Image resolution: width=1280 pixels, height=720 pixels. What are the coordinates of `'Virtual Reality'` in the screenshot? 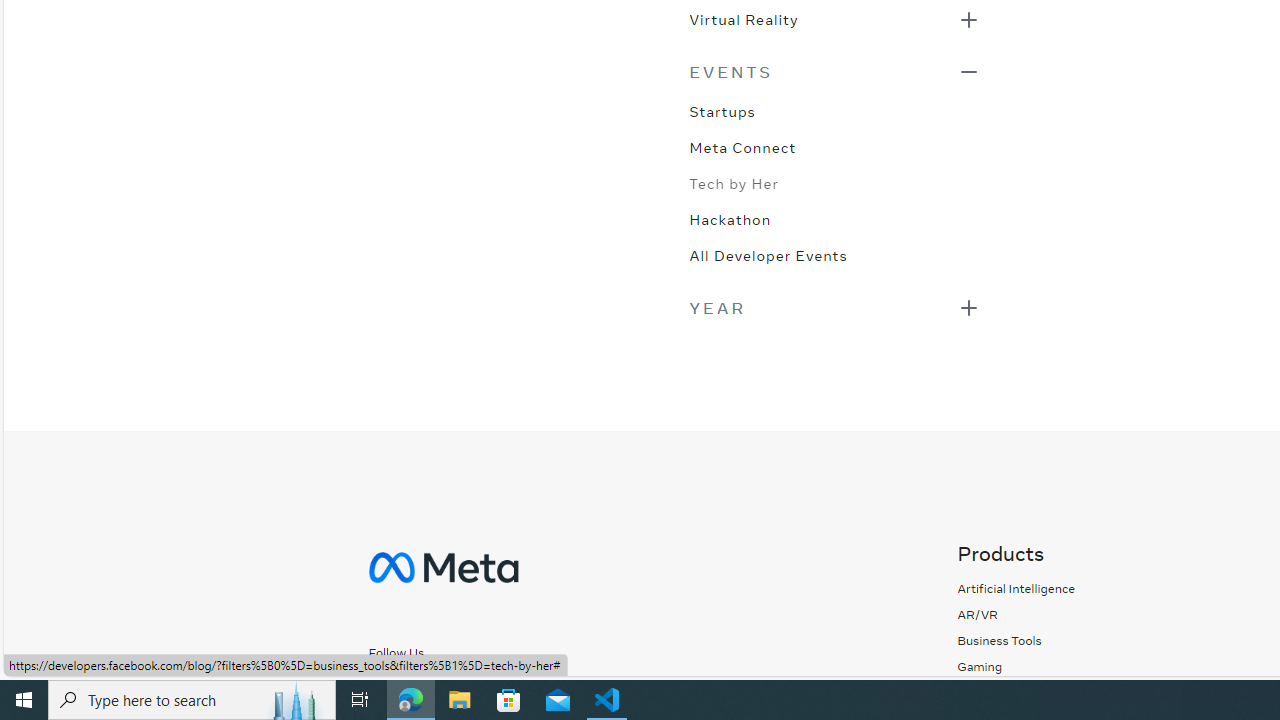 It's located at (742, 18).